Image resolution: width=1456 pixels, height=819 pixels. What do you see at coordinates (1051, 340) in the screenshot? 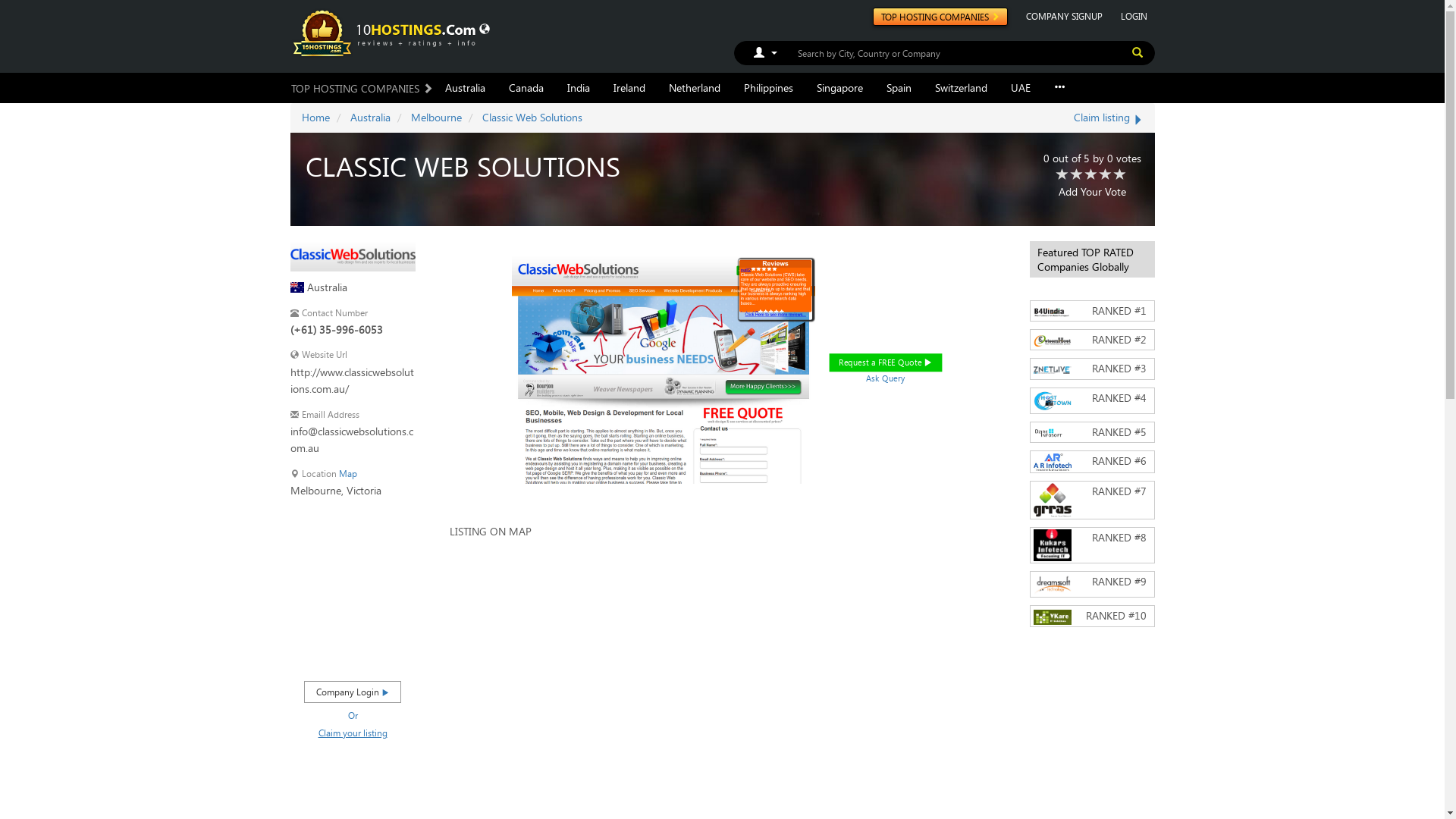
I see `'Esteem Host in Top 10 Best Hosting Company.'` at bounding box center [1051, 340].